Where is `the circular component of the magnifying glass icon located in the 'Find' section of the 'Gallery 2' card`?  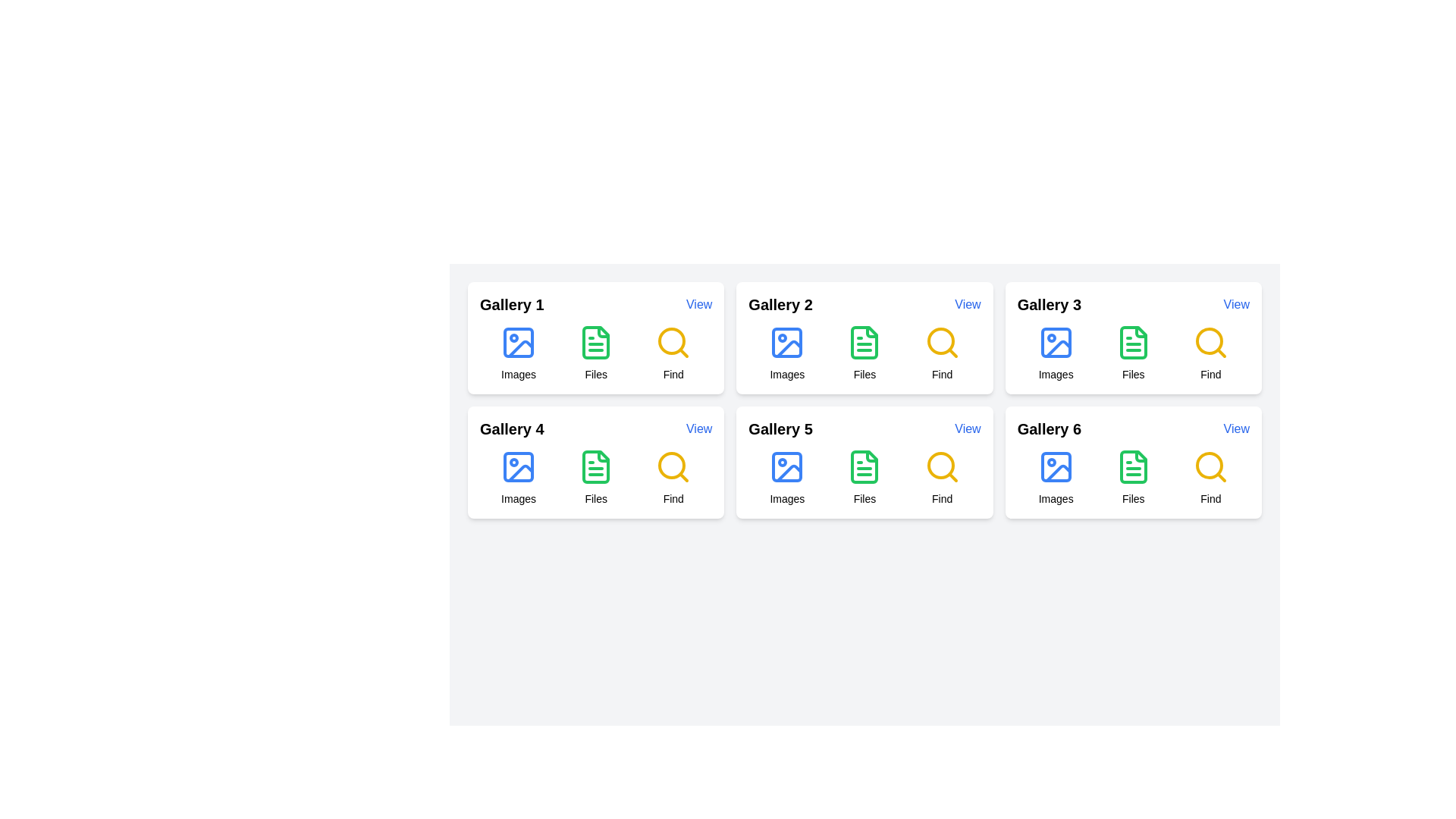 the circular component of the magnifying glass icon located in the 'Find' section of the 'Gallery 2' card is located at coordinates (940, 341).